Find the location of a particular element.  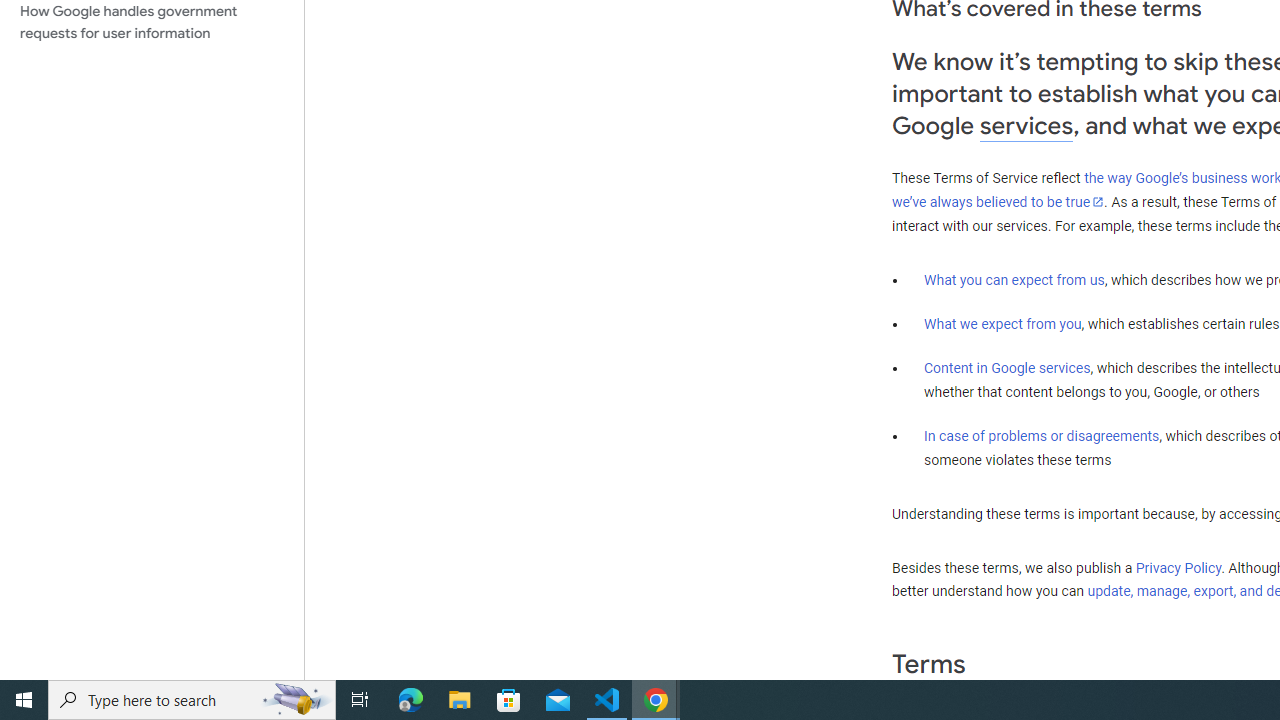

'services' is located at coordinates (1026, 125).